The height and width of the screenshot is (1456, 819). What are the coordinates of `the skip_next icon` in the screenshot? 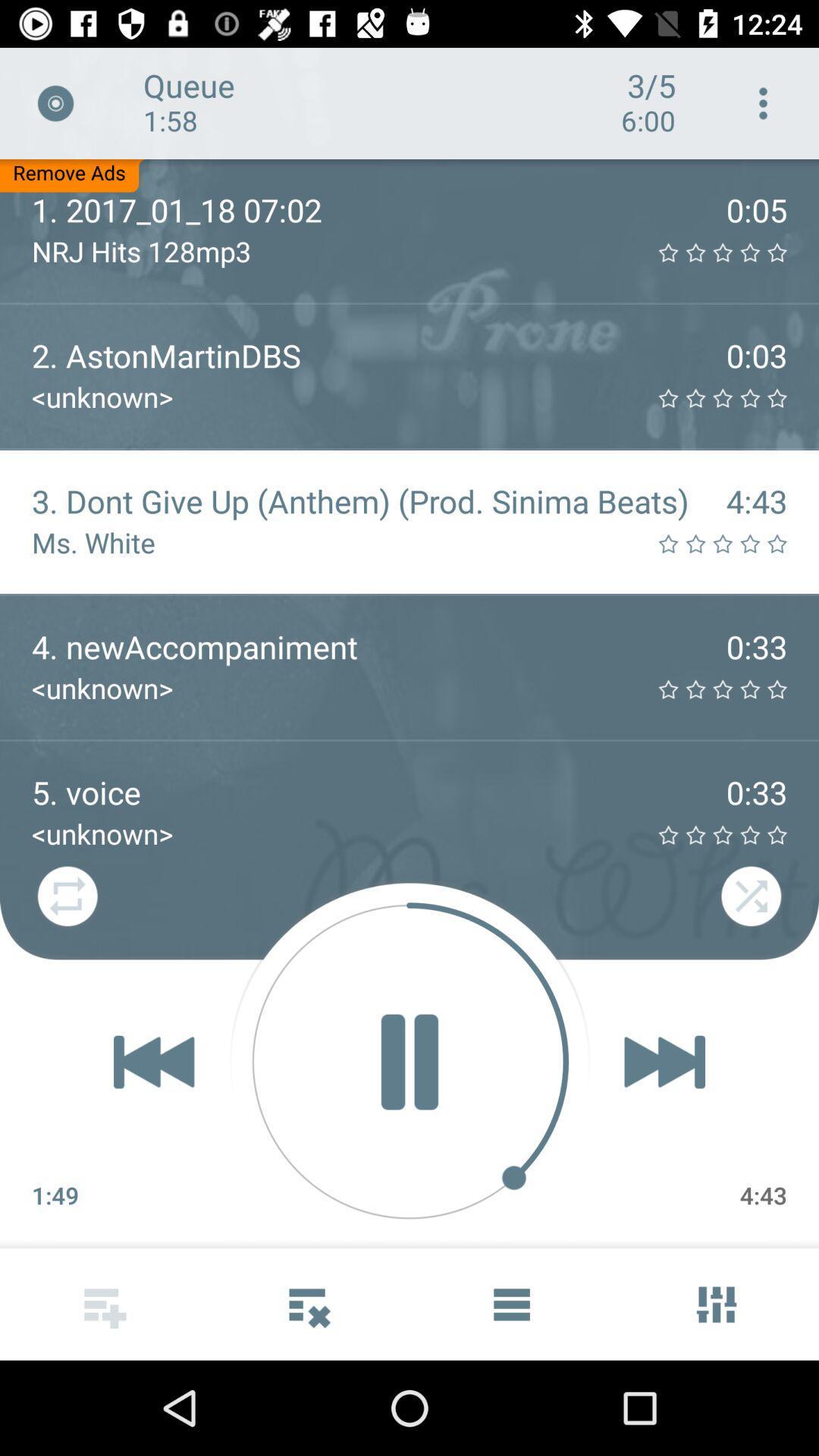 It's located at (664, 1061).